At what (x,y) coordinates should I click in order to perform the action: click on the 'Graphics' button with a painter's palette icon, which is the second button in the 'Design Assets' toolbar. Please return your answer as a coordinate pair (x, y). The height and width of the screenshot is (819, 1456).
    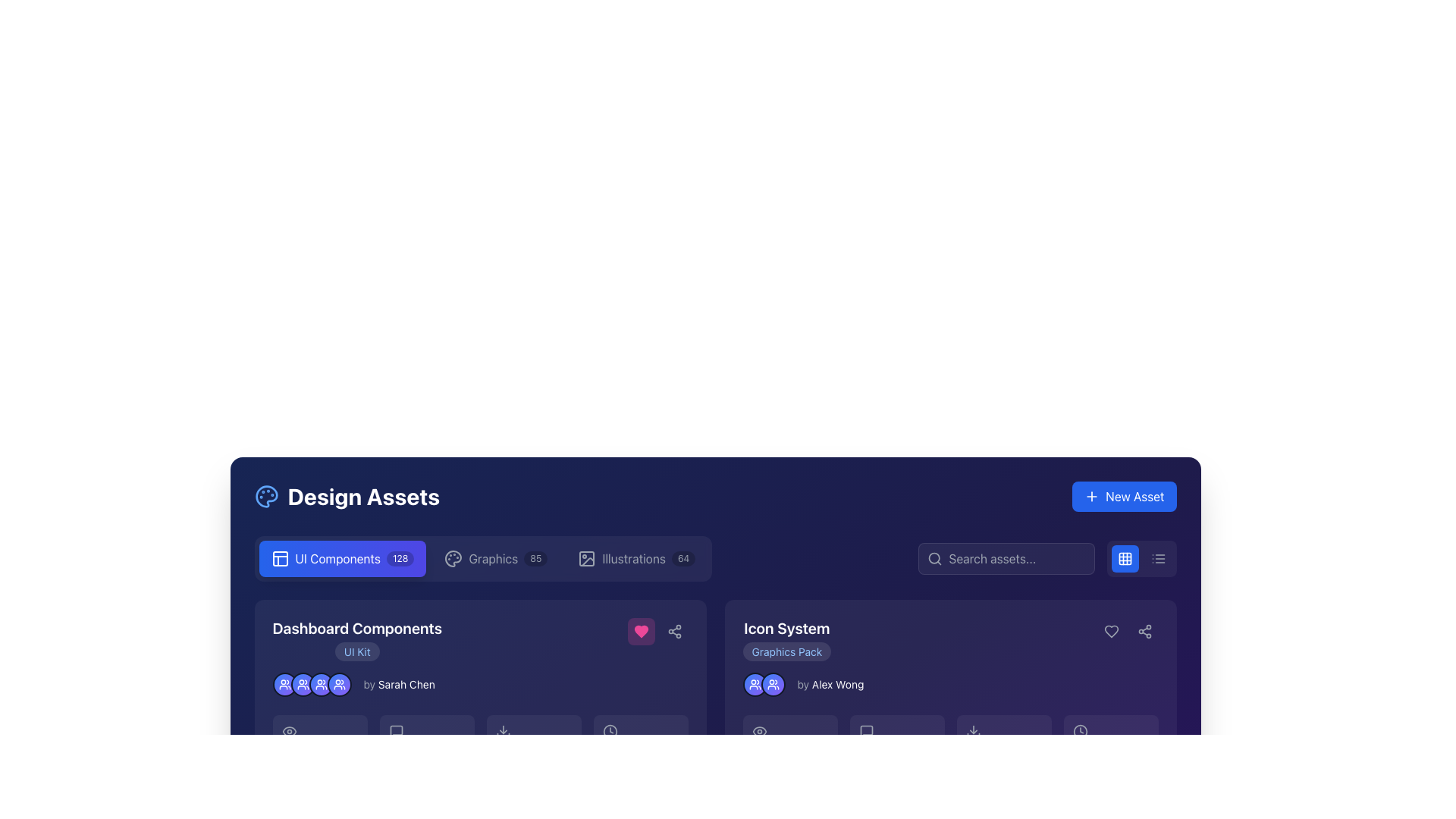
    Looking at the image, I should click on (496, 558).